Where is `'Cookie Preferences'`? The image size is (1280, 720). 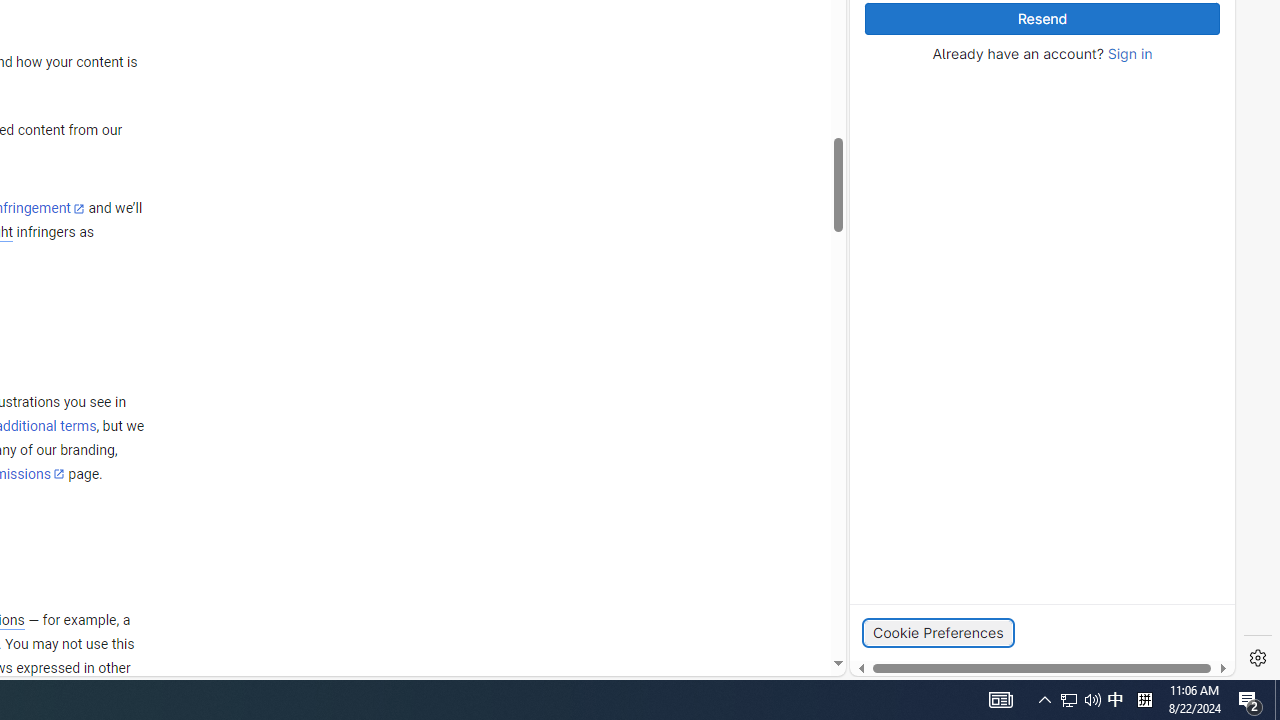
'Cookie Preferences' is located at coordinates (937, 632).